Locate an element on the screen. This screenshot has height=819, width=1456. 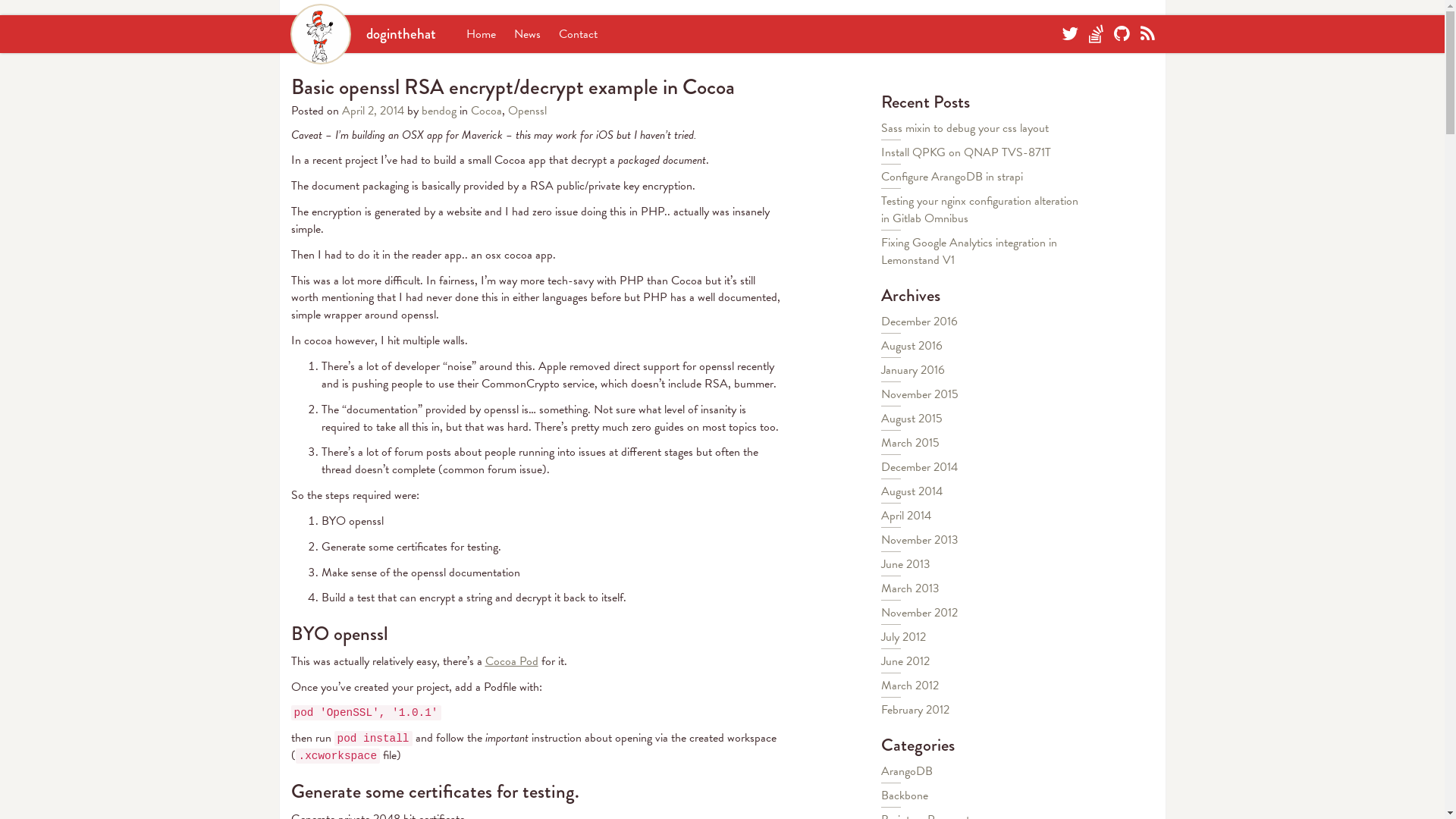
'News' is located at coordinates (513, 34).